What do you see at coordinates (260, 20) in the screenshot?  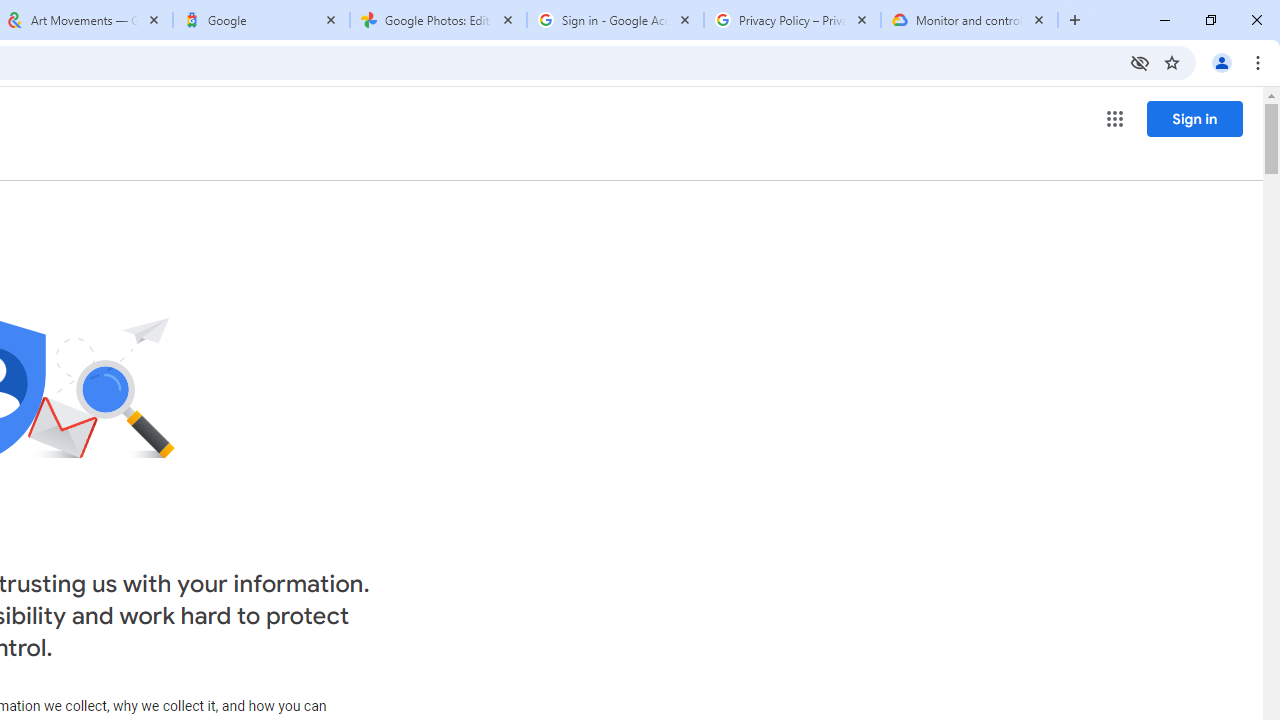 I see `'Google'` at bounding box center [260, 20].